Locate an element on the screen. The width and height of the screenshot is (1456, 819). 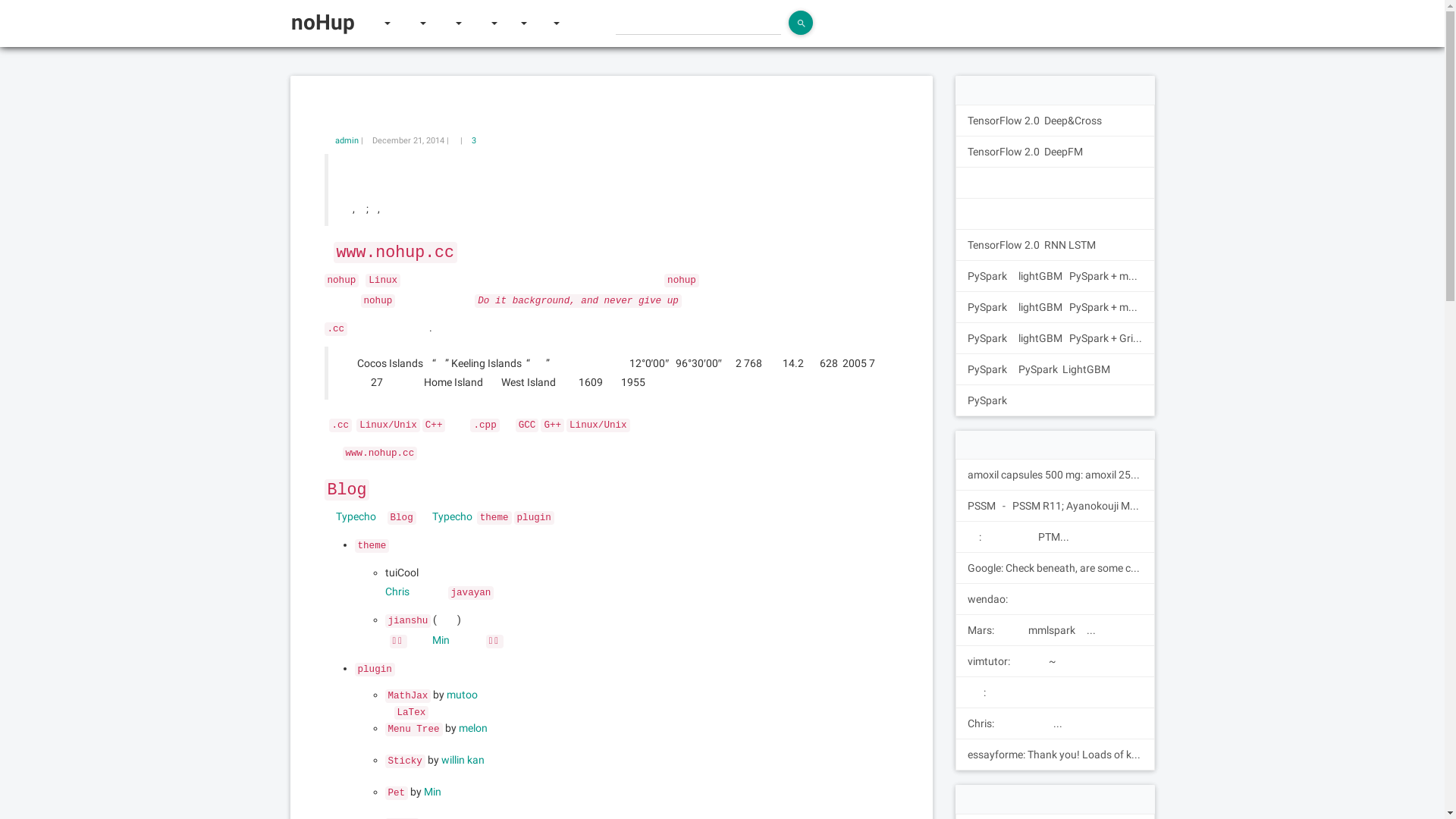
'essayforme: Thank you! Loads of knowledge!' is located at coordinates (1054, 755).